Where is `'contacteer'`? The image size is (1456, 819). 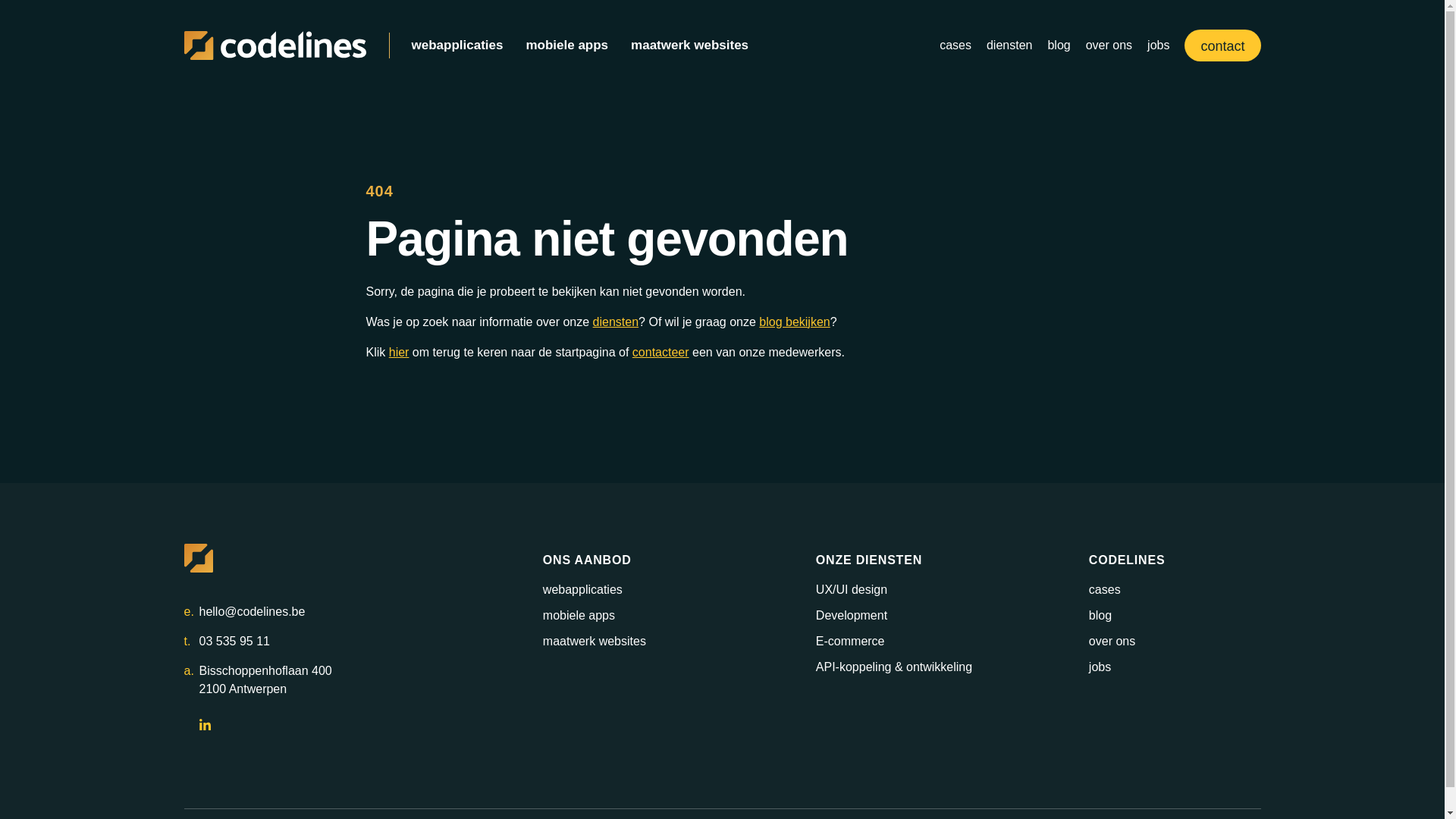 'contacteer' is located at coordinates (661, 352).